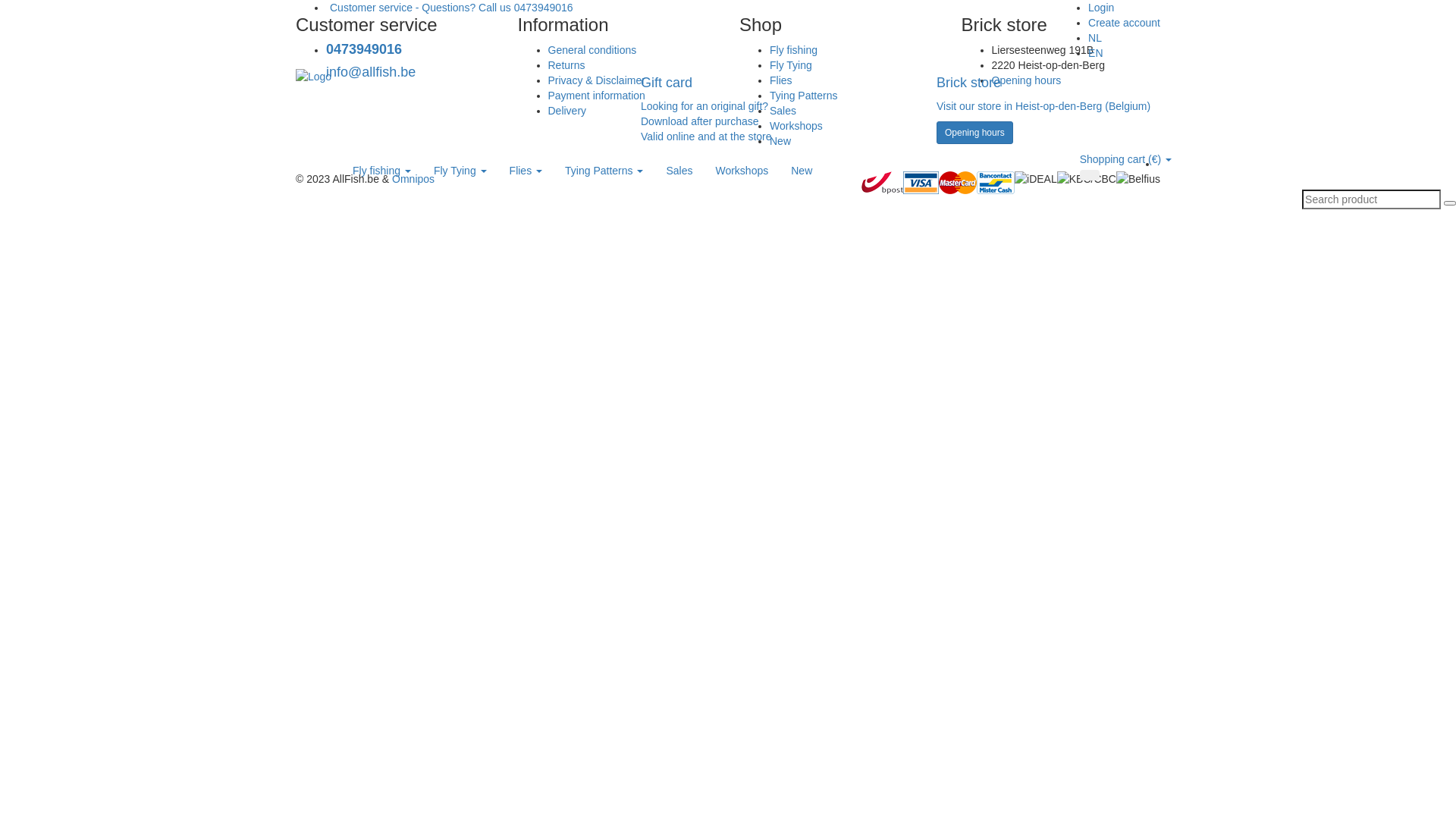  I want to click on 'Privacy & Disclaimer', so click(595, 80).